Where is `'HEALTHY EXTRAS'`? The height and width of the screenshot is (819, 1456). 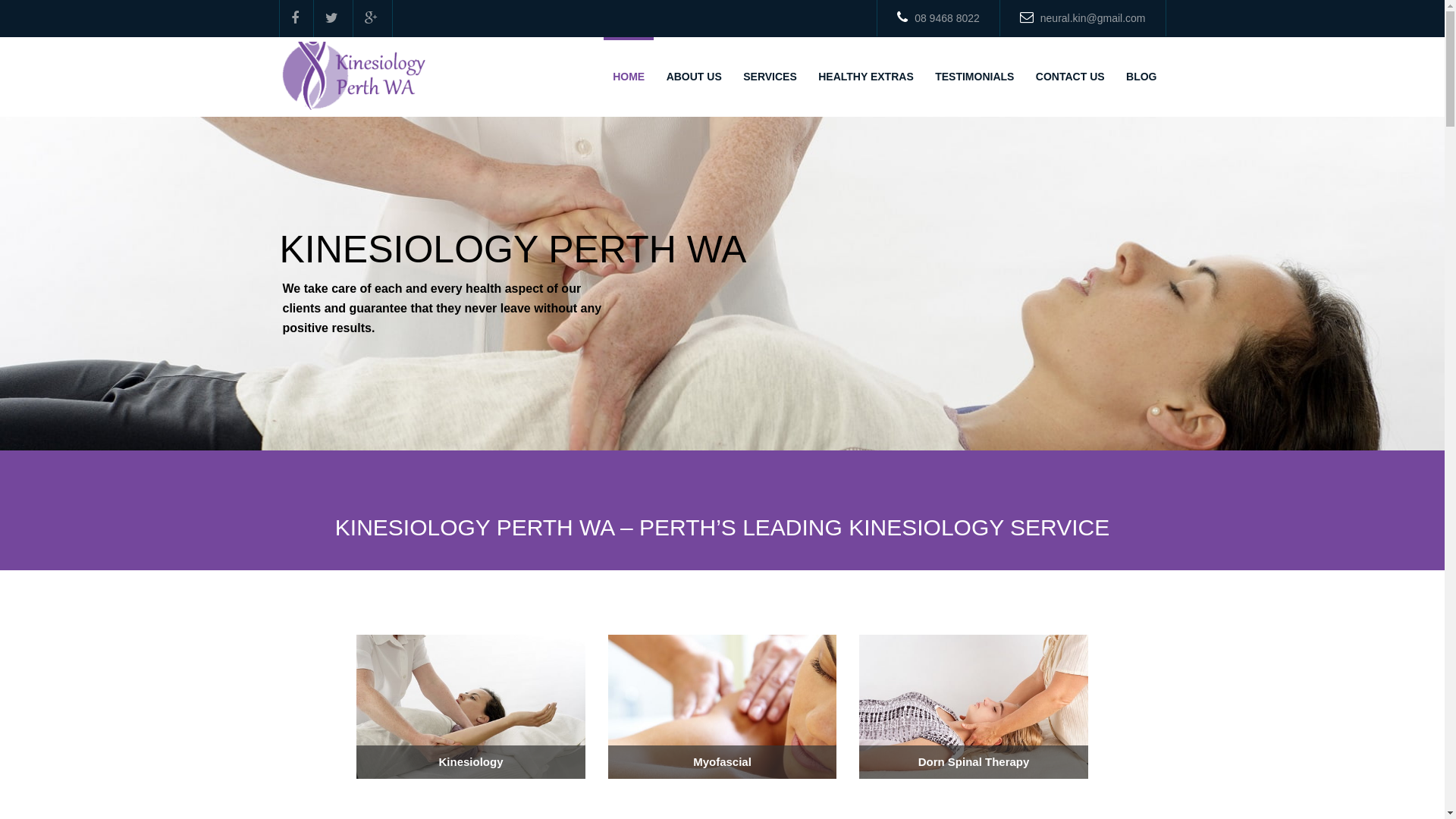
'HEALTHY EXTRAS' is located at coordinates (866, 77).